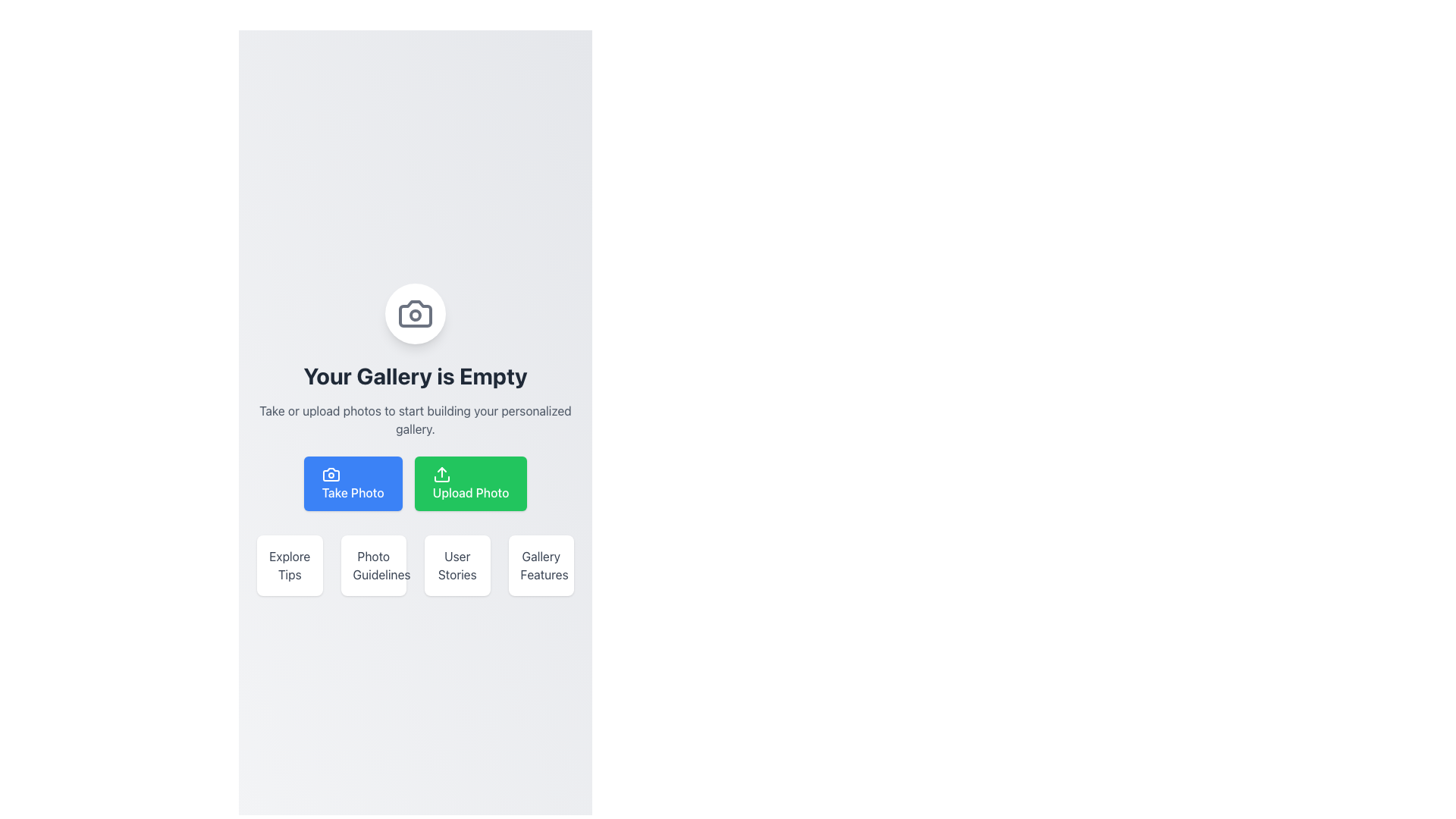 Image resolution: width=1456 pixels, height=819 pixels. What do you see at coordinates (441, 479) in the screenshot?
I see `the Decorative icon component of the 'Upload Photo' button, which is the bottom-most part of the icon group and is visually represented in green` at bounding box center [441, 479].